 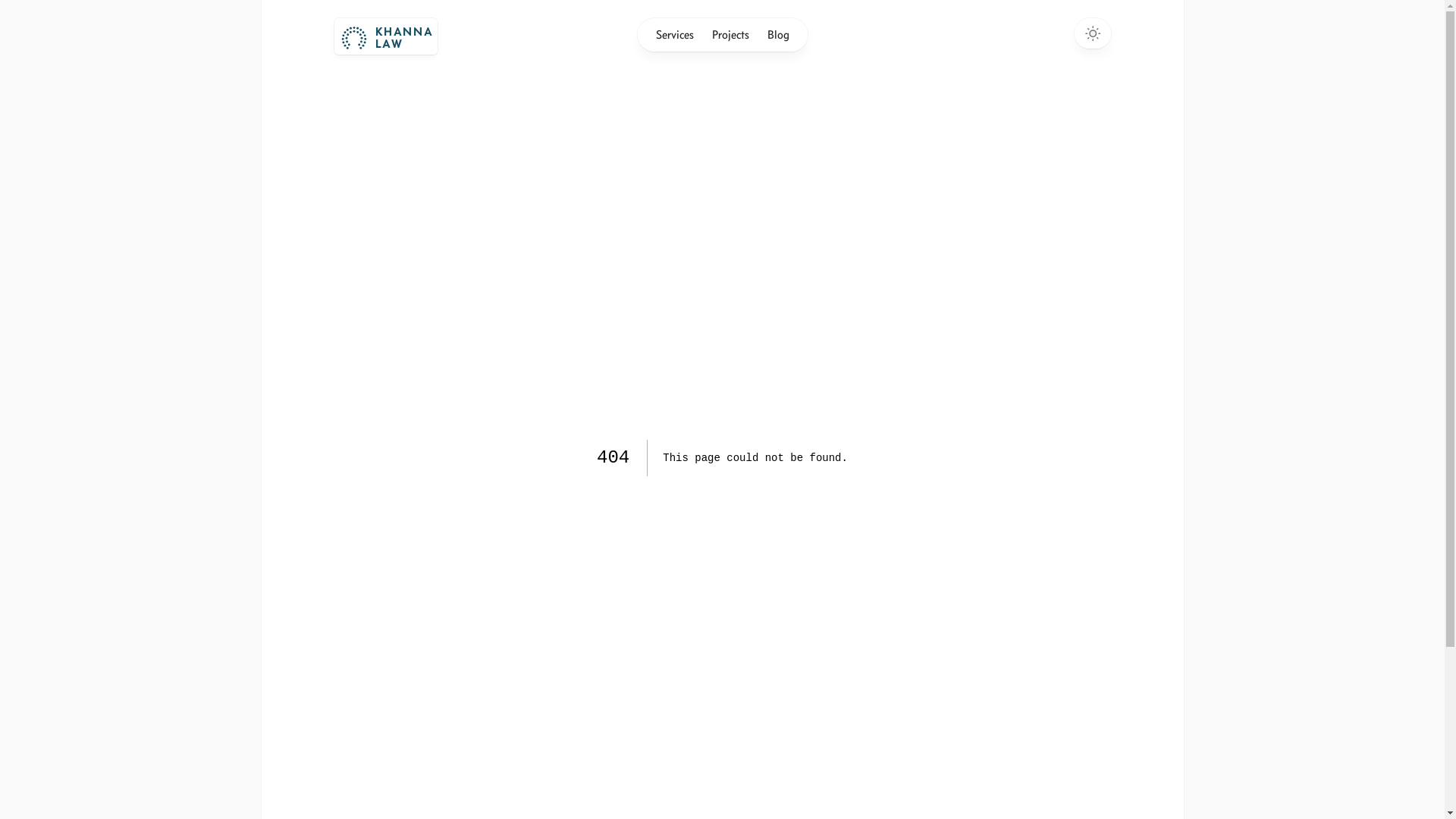 What do you see at coordinates (730, 34) in the screenshot?
I see `'Projects'` at bounding box center [730, 34].